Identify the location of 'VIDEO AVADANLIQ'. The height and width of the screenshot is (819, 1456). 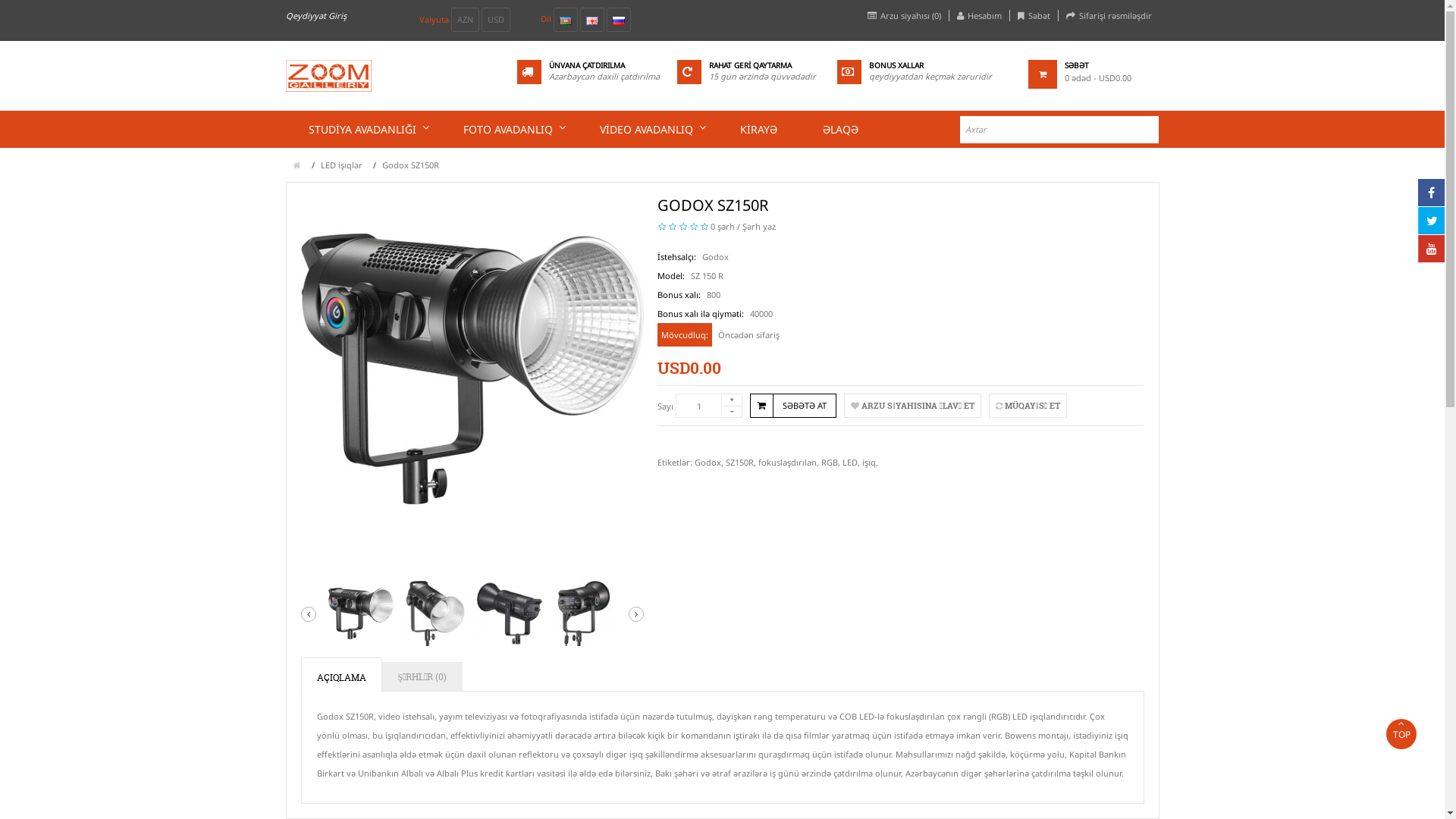
(646, 128).